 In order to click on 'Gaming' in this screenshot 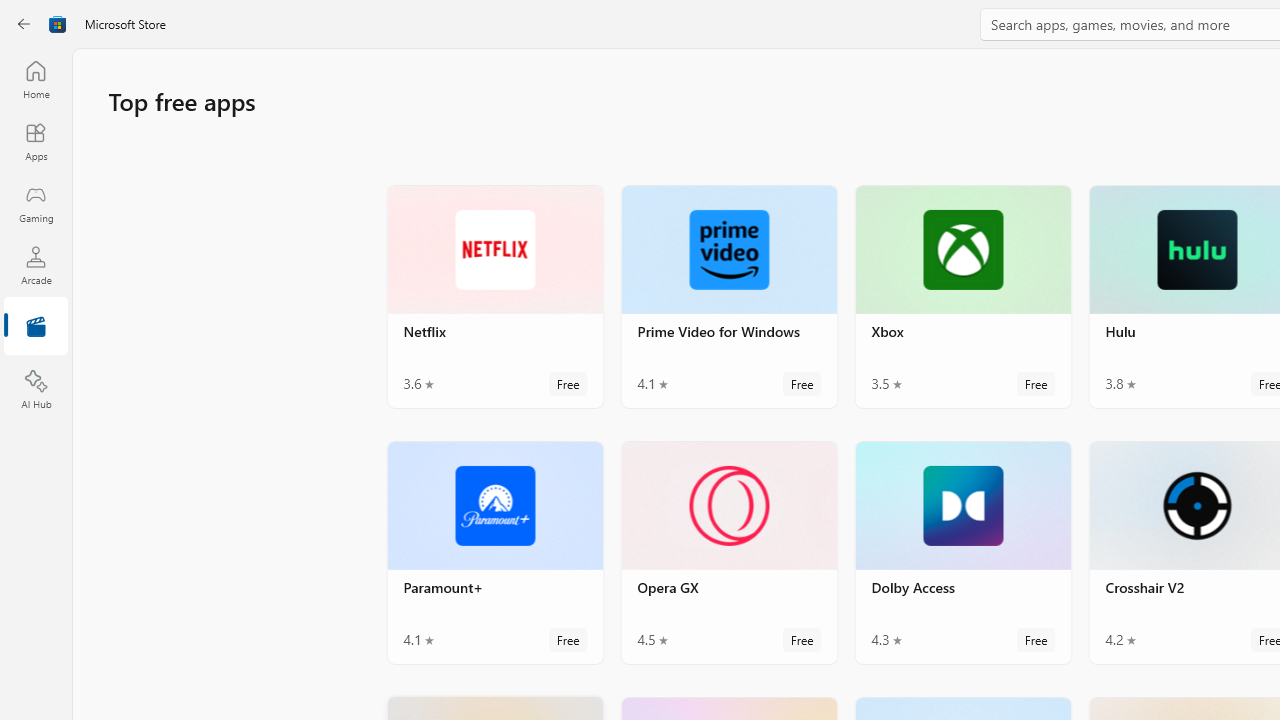, I will do `click(35, 203)`.